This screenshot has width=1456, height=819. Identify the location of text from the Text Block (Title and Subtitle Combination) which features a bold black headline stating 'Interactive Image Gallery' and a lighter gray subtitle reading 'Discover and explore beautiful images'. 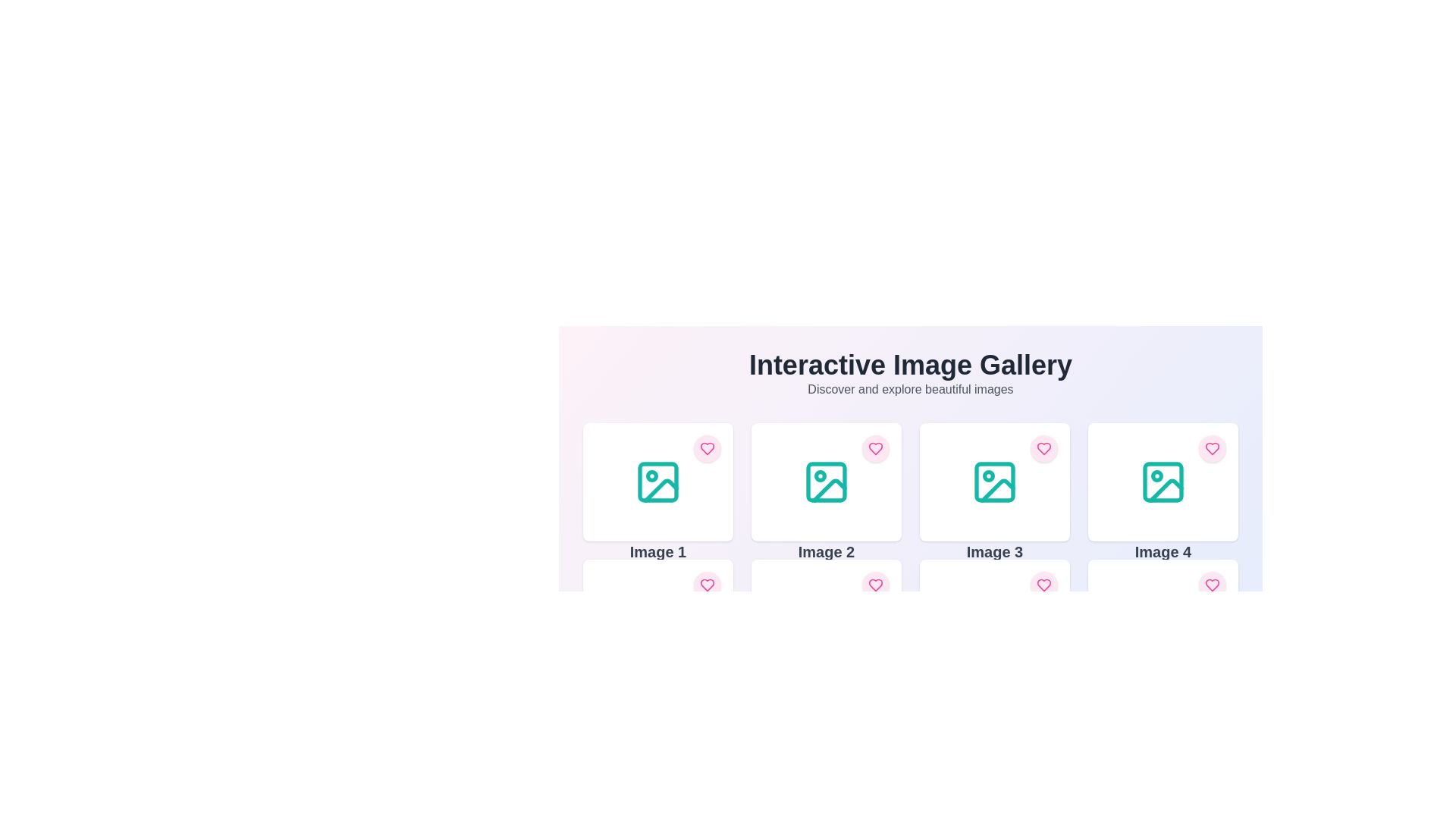
(910, 374).